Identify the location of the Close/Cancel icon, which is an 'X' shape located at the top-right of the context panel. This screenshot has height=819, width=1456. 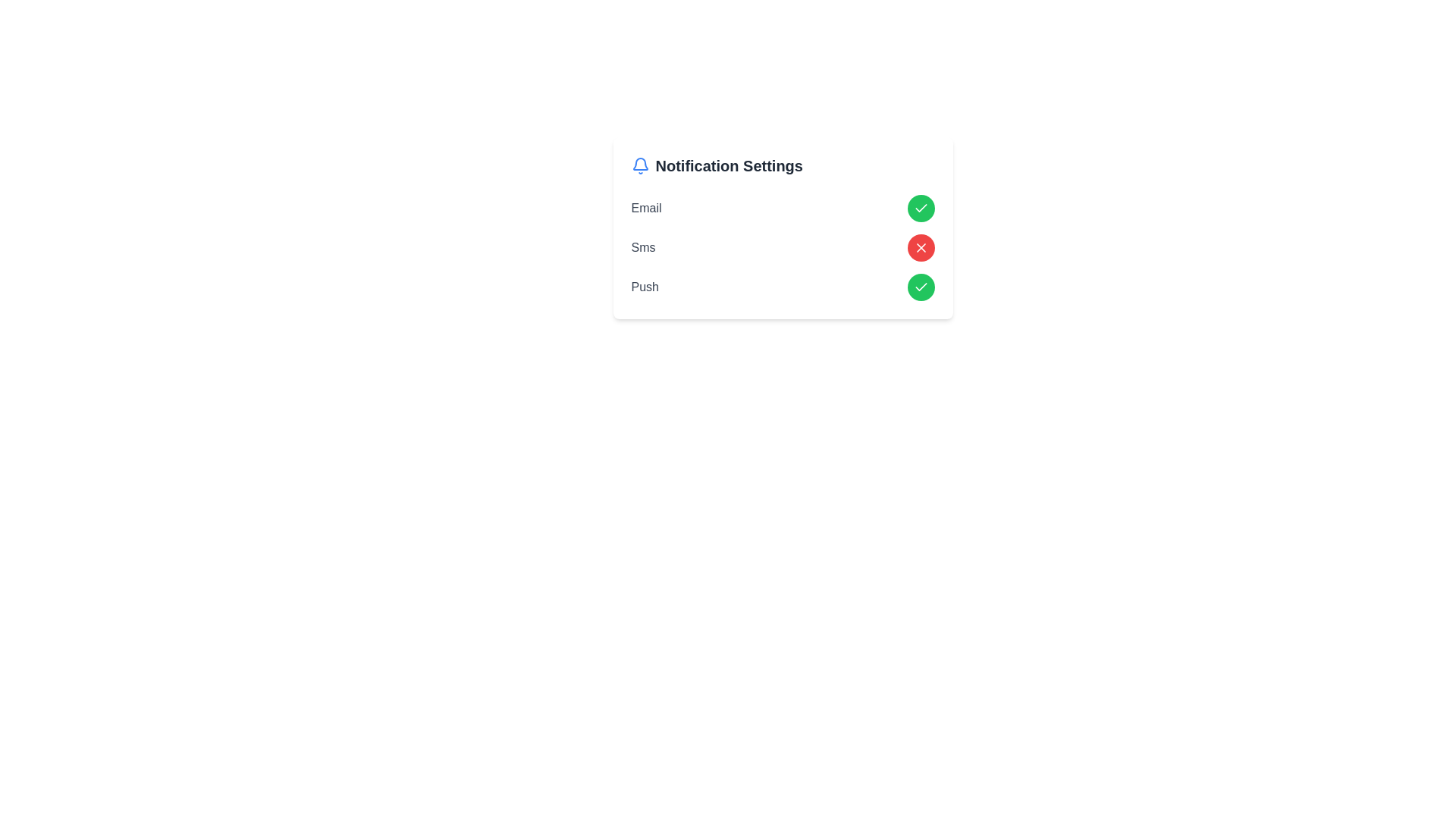
(920, 247).